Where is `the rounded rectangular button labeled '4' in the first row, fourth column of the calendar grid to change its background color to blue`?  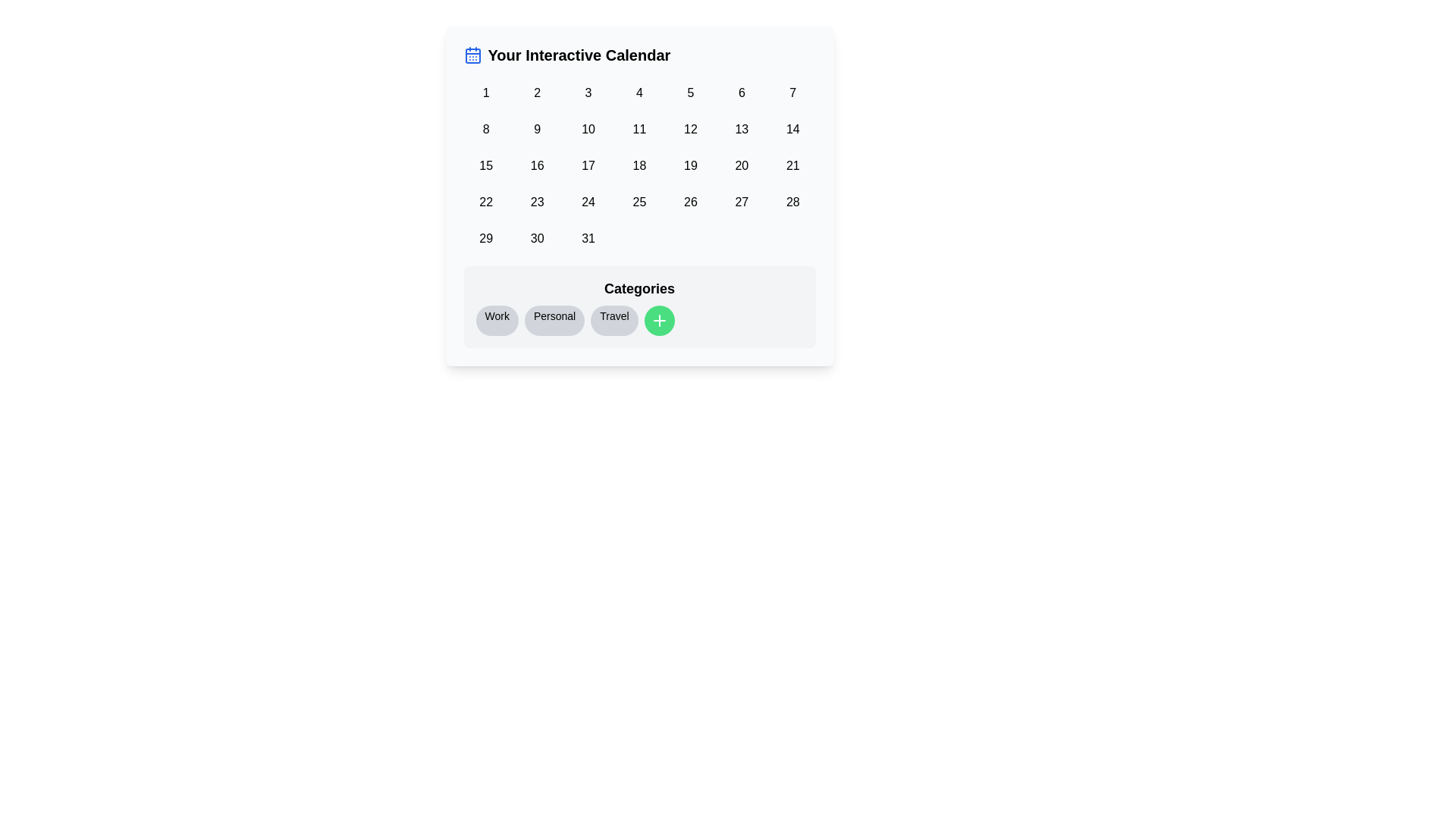
the rounded rectangular button labeled '4' in the first row, fourth column of the calendar grid to change its background color to blue is located at coordinates (639, 93).